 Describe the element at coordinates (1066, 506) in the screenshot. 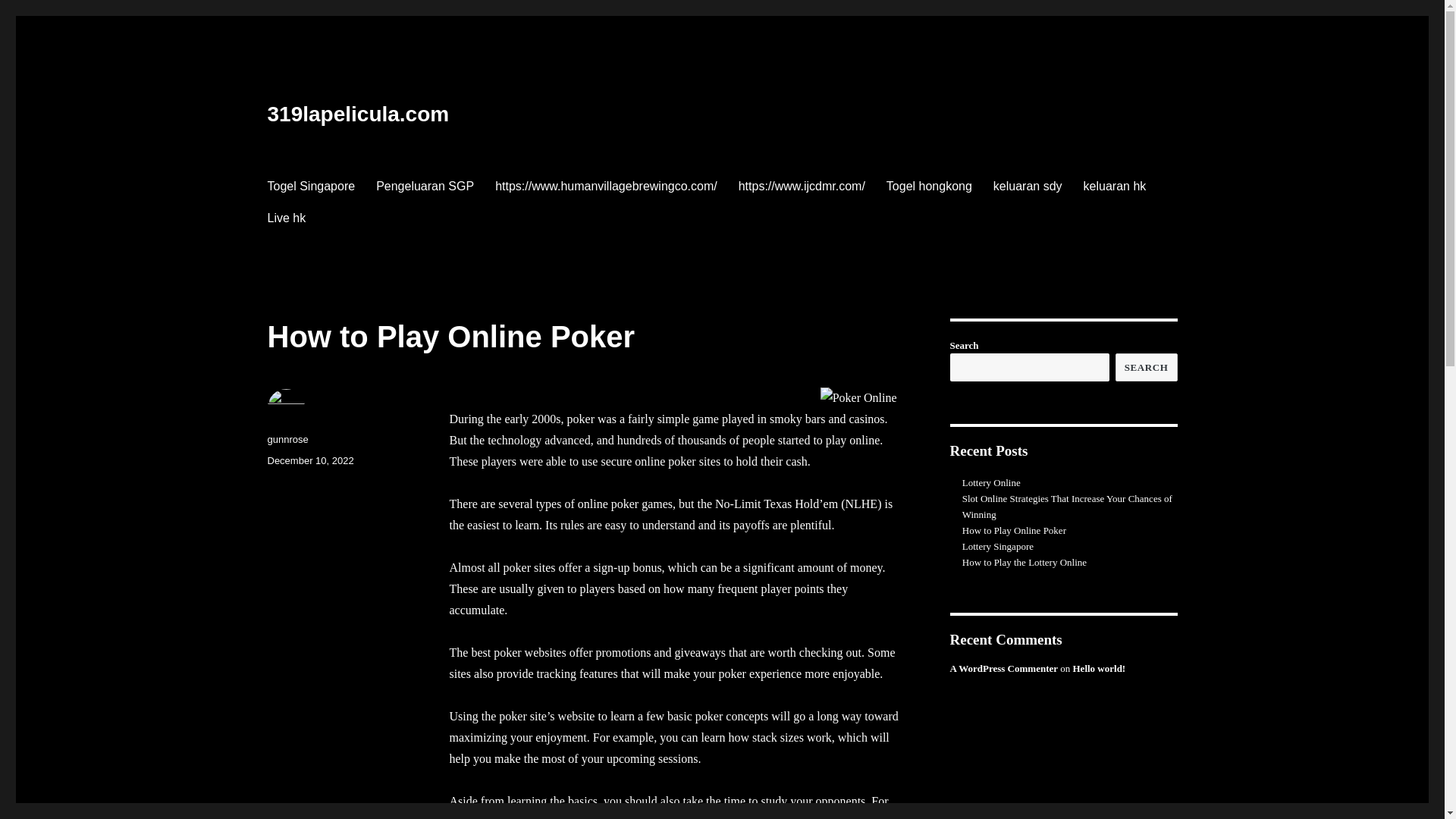

I see `'Slot Online Strategies That Increase Your Chances of Winning'` at that location.